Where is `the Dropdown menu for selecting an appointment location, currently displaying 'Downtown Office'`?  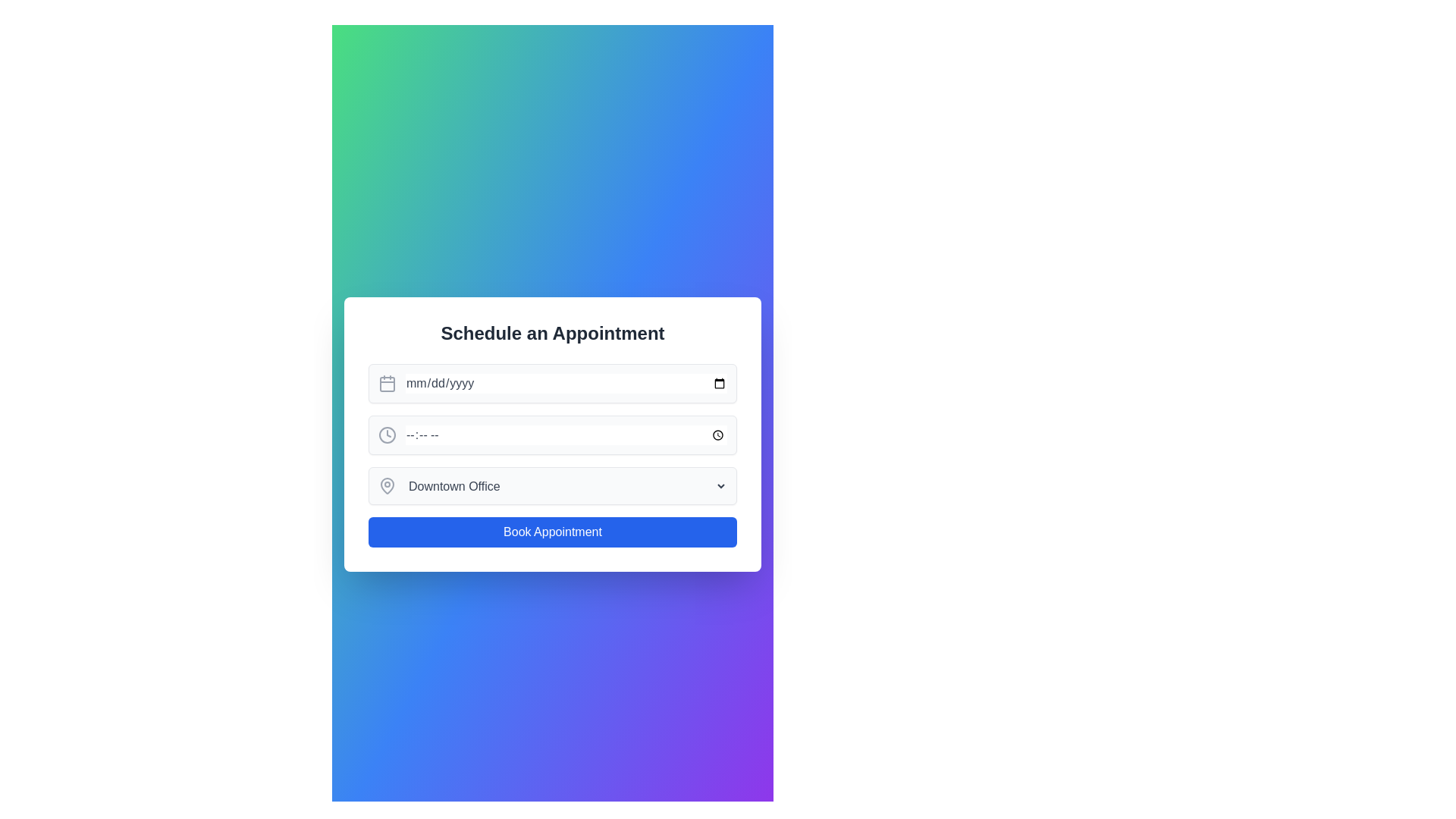
the Dropdown menu for selecting an appointment location, currently displaying 'Downtown Office' is located at coordinates (552, 485).